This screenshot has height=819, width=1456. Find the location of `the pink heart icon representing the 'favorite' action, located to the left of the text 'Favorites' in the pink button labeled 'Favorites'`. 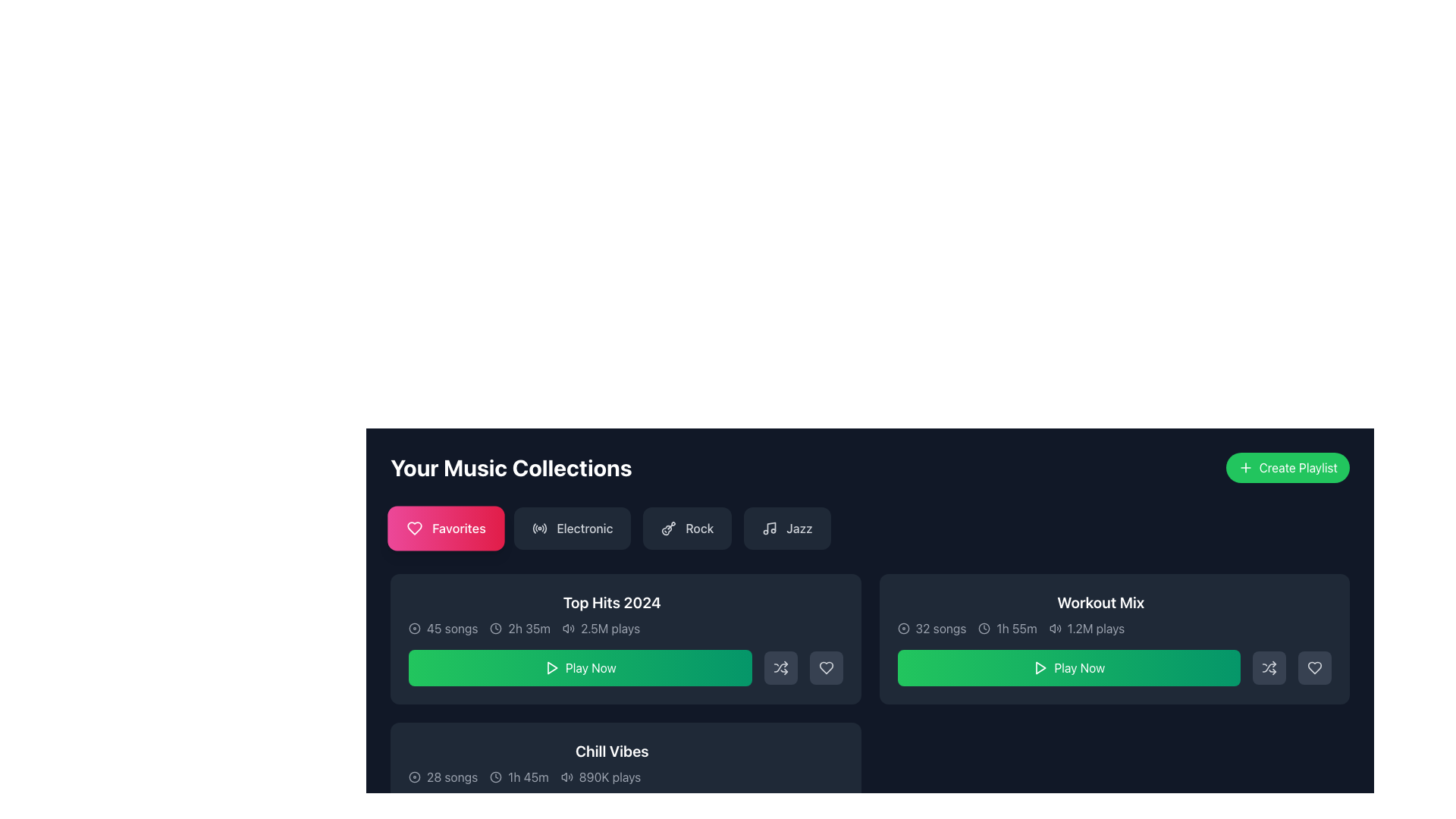

the pink heart icon representing the 'favorite' action, located to the left of the text 'Favorites' in the pink button labeled 'Favorites' is located at coordinates (415, 528).